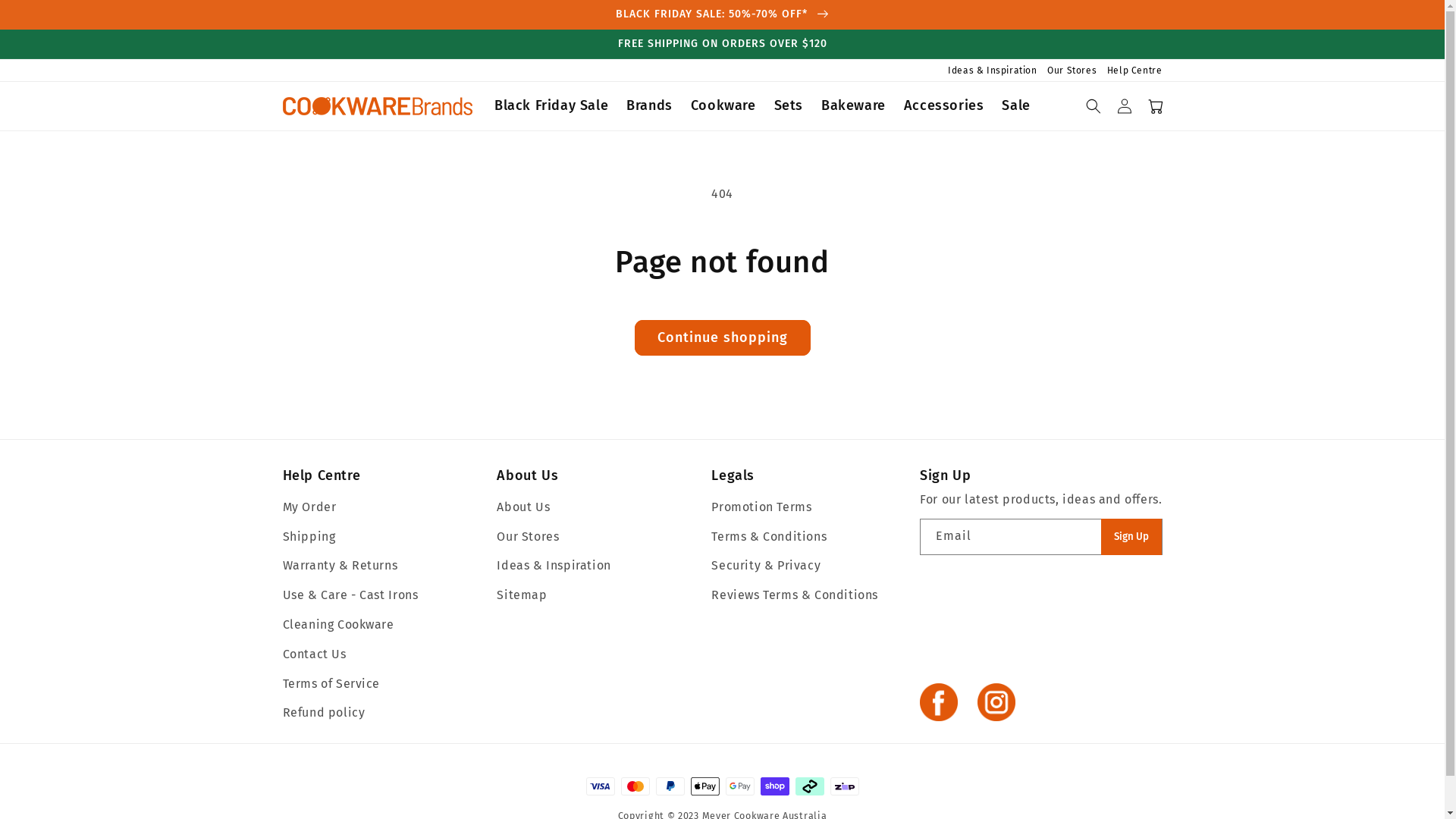  Describe the element at coordinates (322, 713) in the screenshot. I see `'Refund policy'` at that location.